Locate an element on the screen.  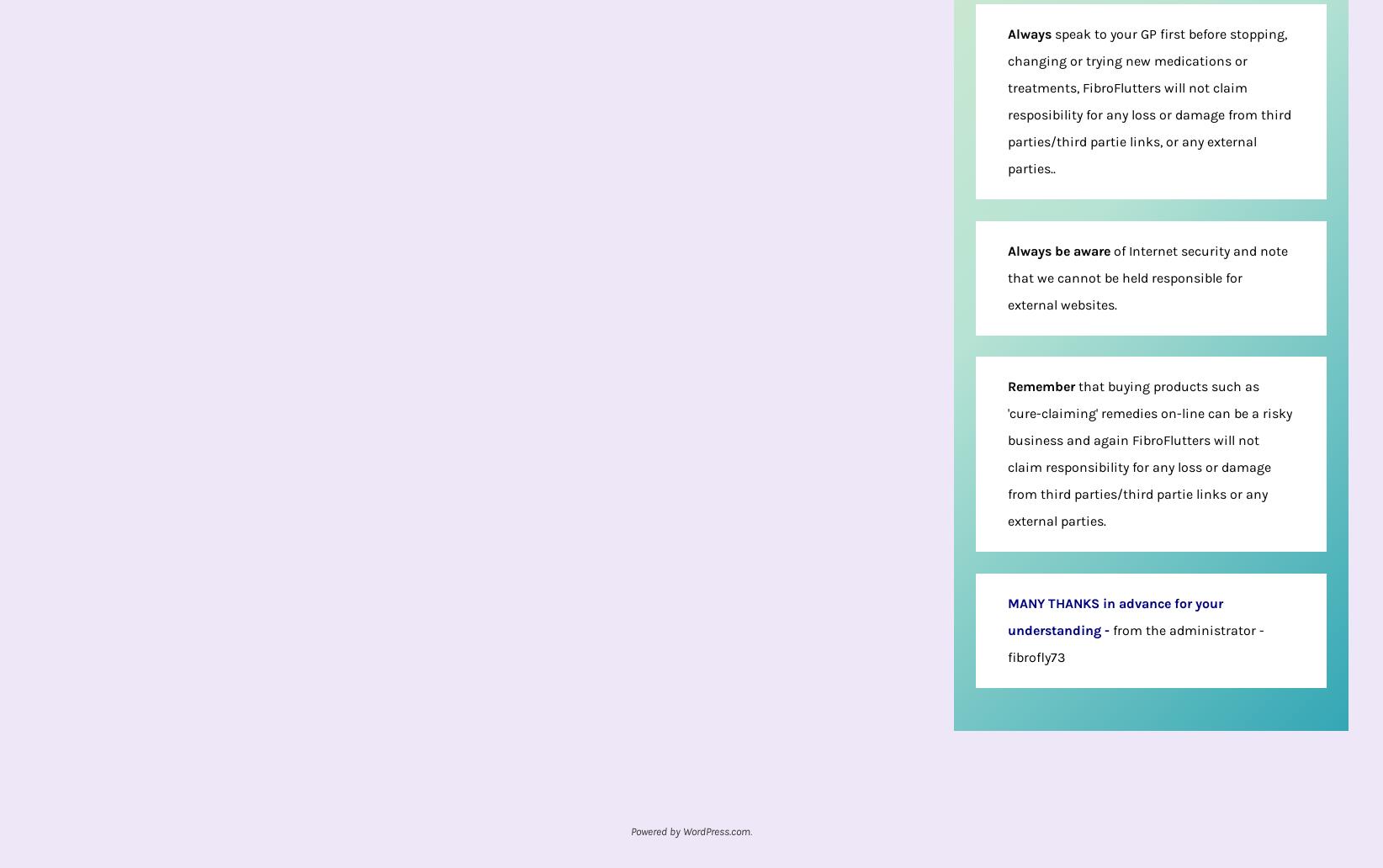
'Always' is located at coordinates (1028, 33).